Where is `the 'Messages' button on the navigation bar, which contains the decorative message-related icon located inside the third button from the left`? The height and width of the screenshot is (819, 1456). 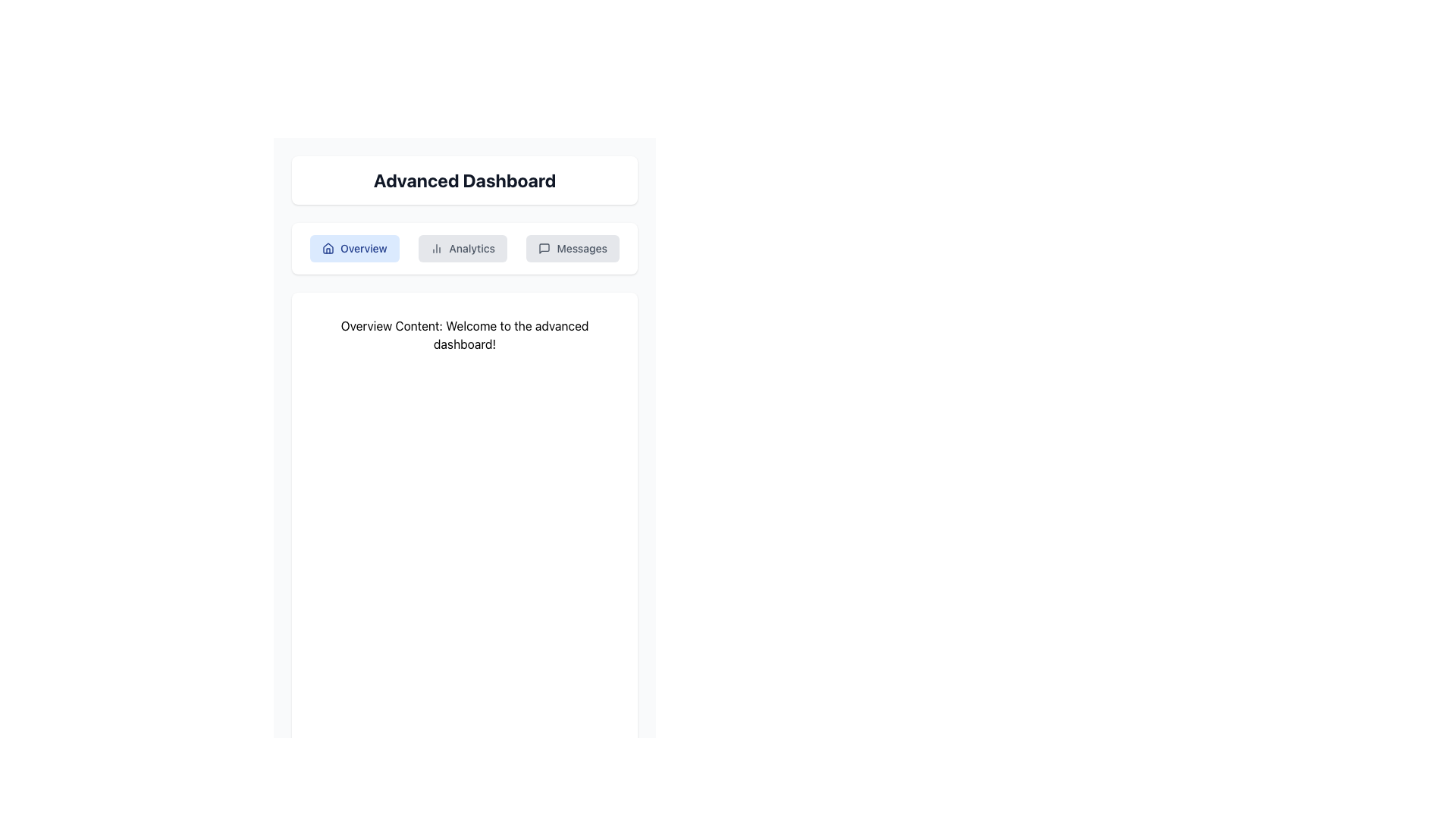
the 'Messages' button on the navigation bar, which contains the decorative message-related icon located inside the third button from the left is located at coordinates (544, 247).